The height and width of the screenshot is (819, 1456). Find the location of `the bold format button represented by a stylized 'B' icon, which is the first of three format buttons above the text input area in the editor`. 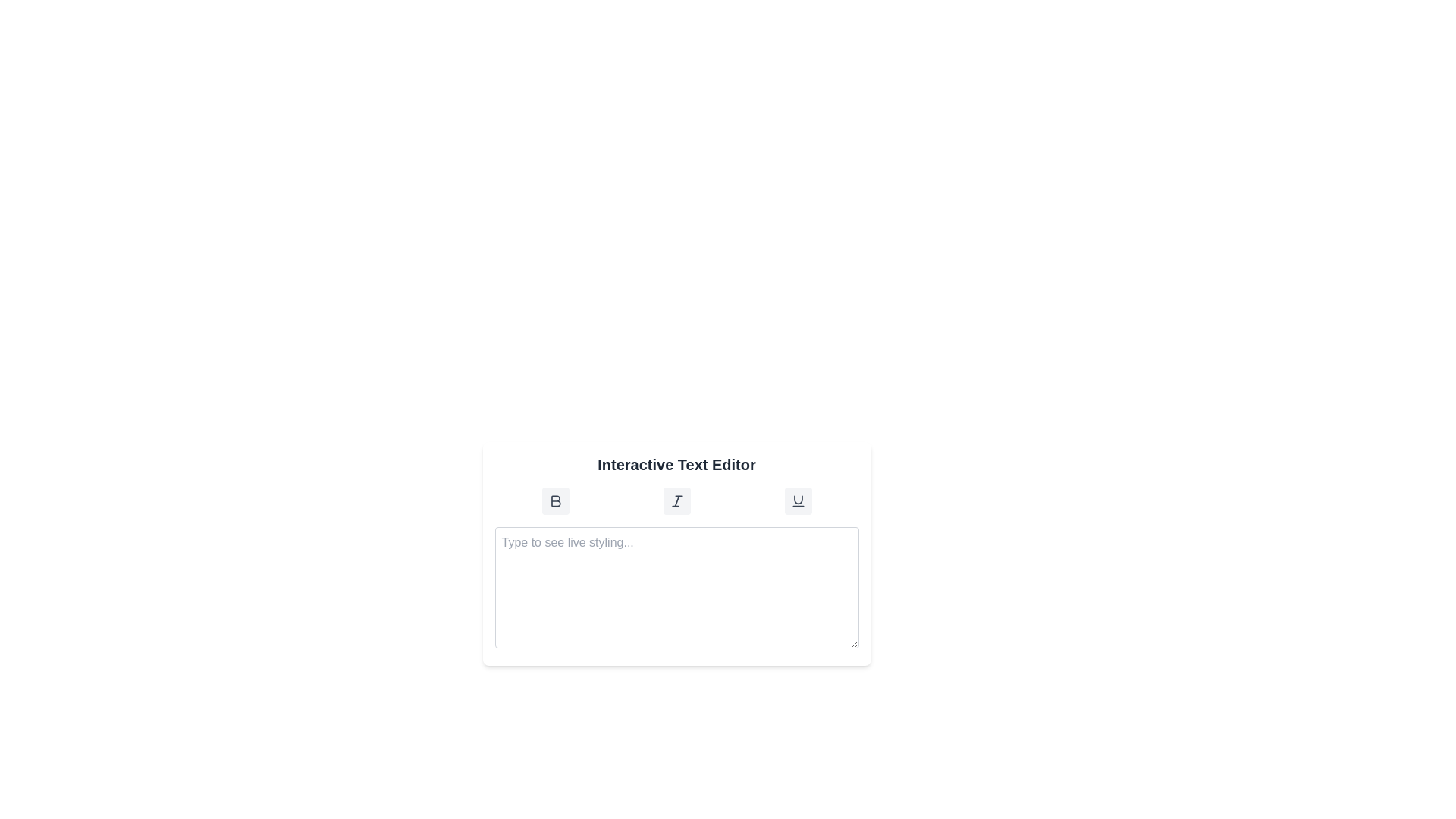

the bold format button represented by a stylized 'B' icon, which is the first of three format buttons above the text input area in the editor is located at coordinates (554, 500).